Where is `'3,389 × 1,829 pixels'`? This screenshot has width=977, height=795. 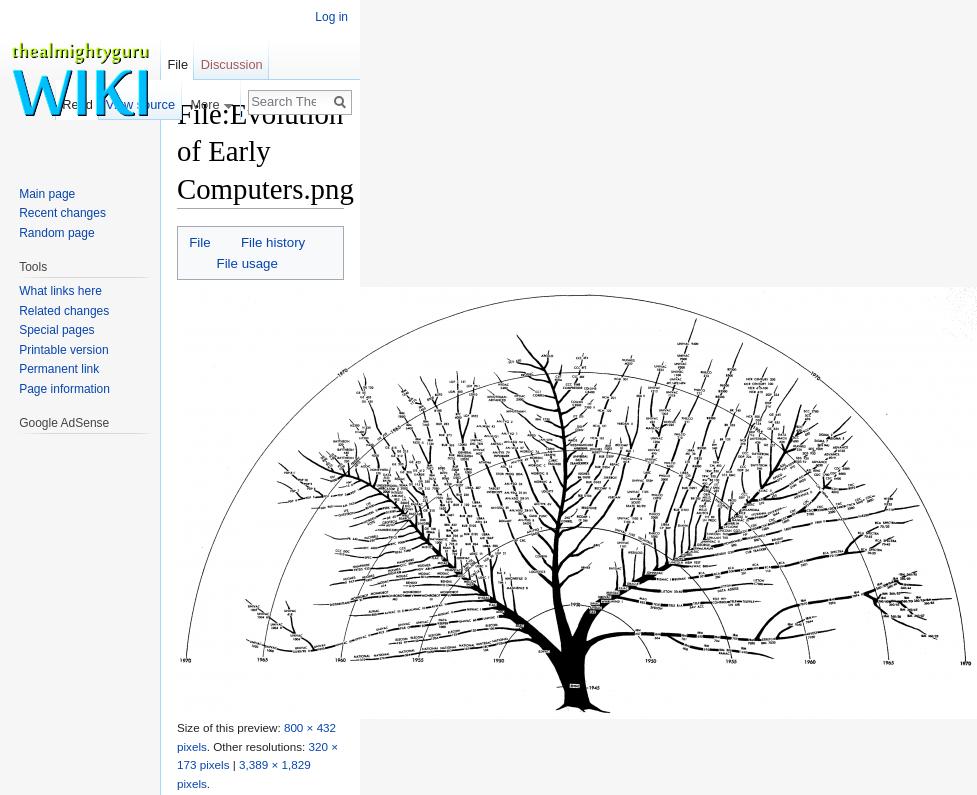
'3,389 × 1,829 pixels' is located at coordinates (242, 773).